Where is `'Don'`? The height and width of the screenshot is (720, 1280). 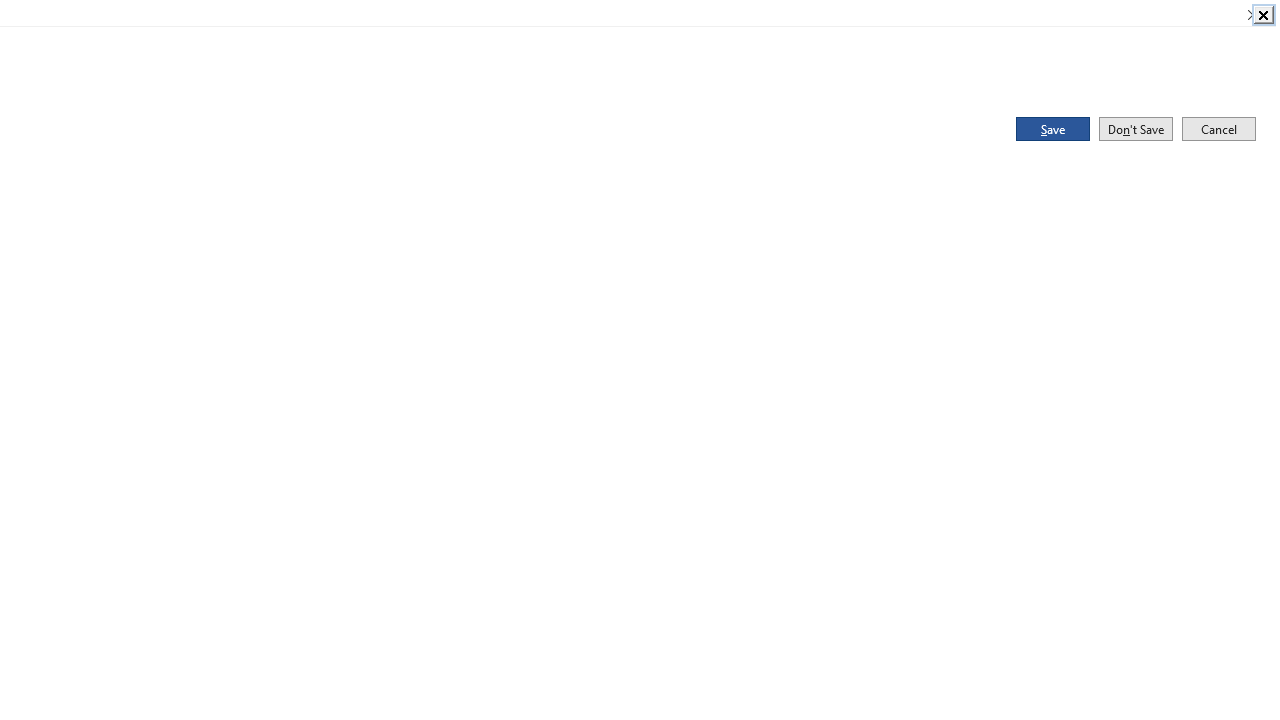 'Don' is located at coordinates (1136, 128).